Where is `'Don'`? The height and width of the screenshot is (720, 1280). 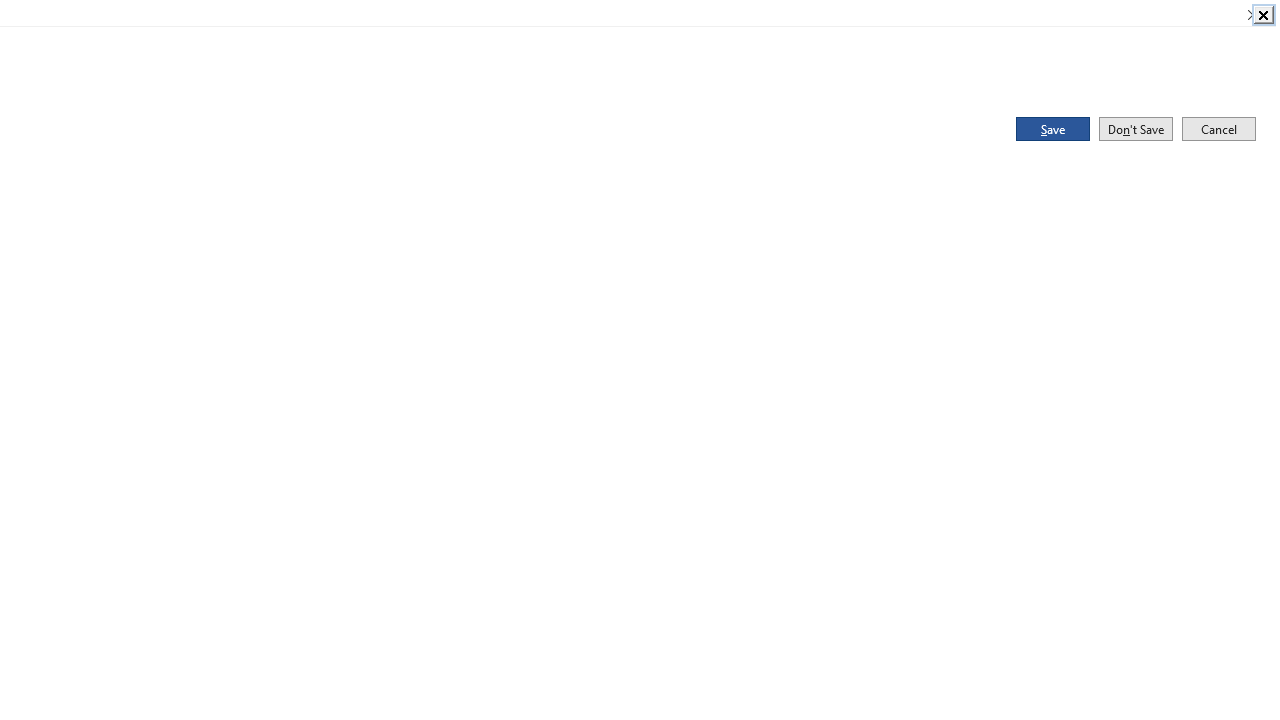 'Don' is located at coordinates (1136, 128).